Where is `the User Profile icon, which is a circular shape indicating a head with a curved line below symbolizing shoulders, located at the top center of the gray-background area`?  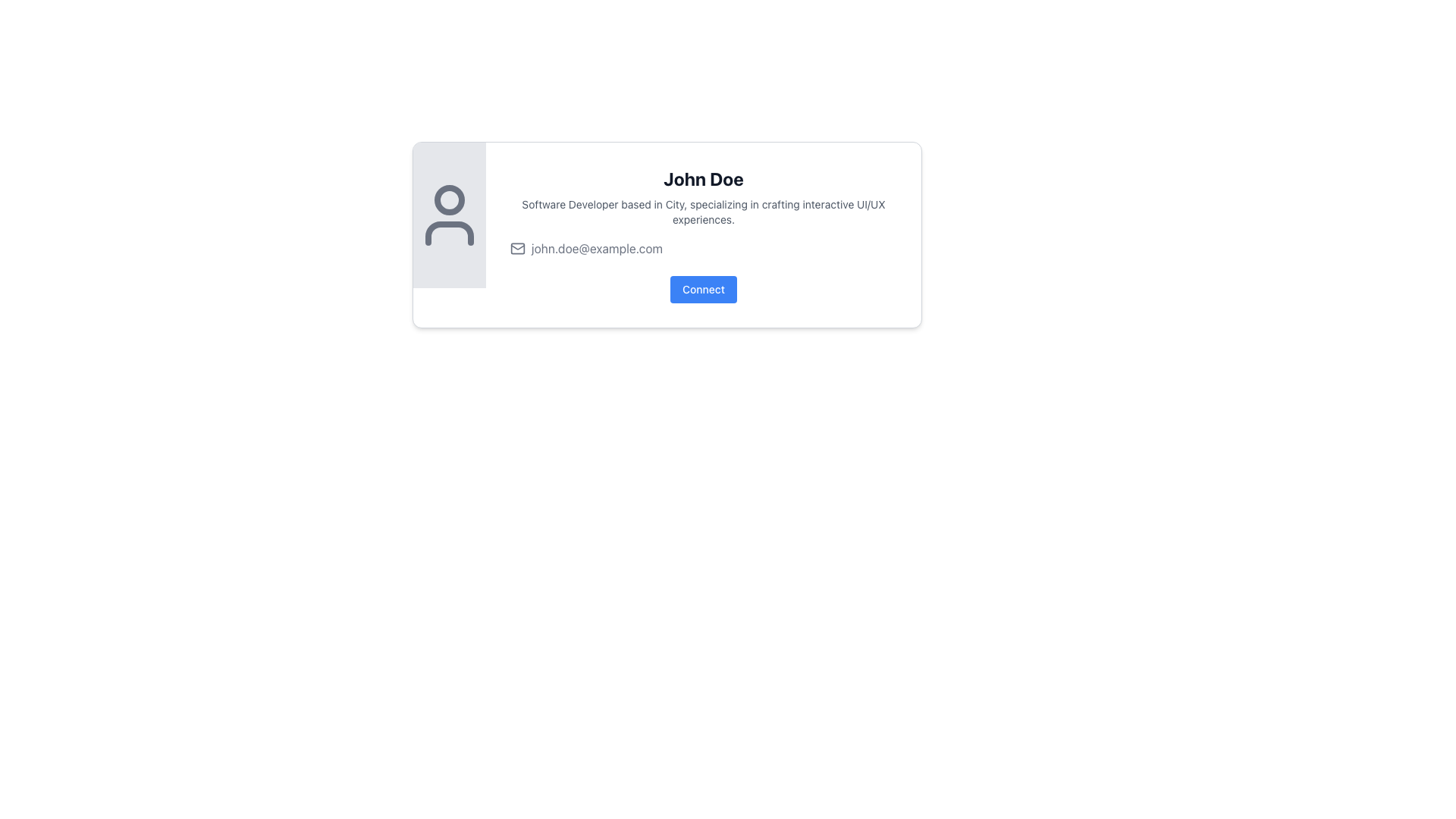
the User Profile icon, which is a circular shape indicating a head with a curved line below symbolizing shoulders, located at the top center of the gray-background area is located at coordinates (449, 215).